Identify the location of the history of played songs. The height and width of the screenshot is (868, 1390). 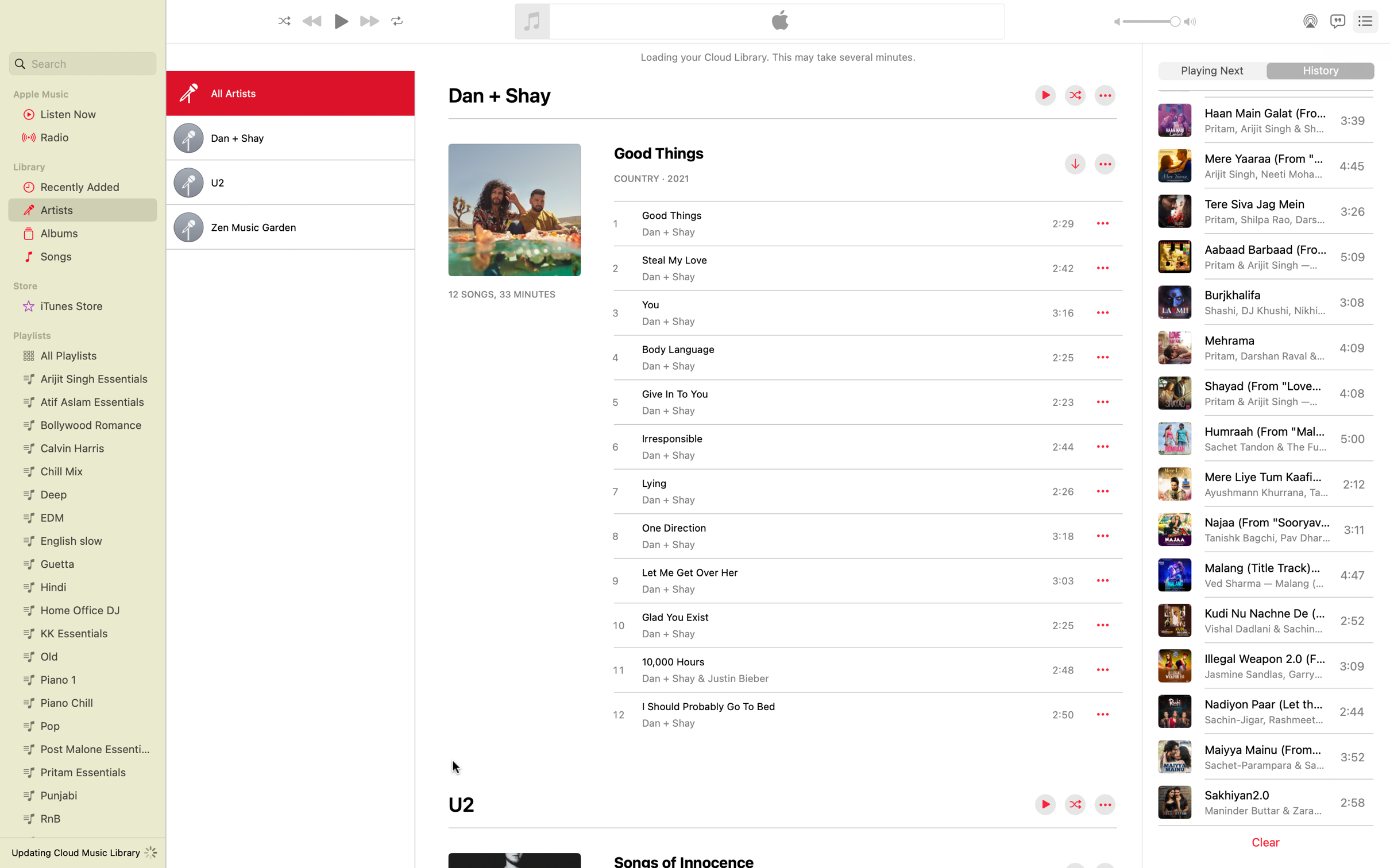
(1320, 71).